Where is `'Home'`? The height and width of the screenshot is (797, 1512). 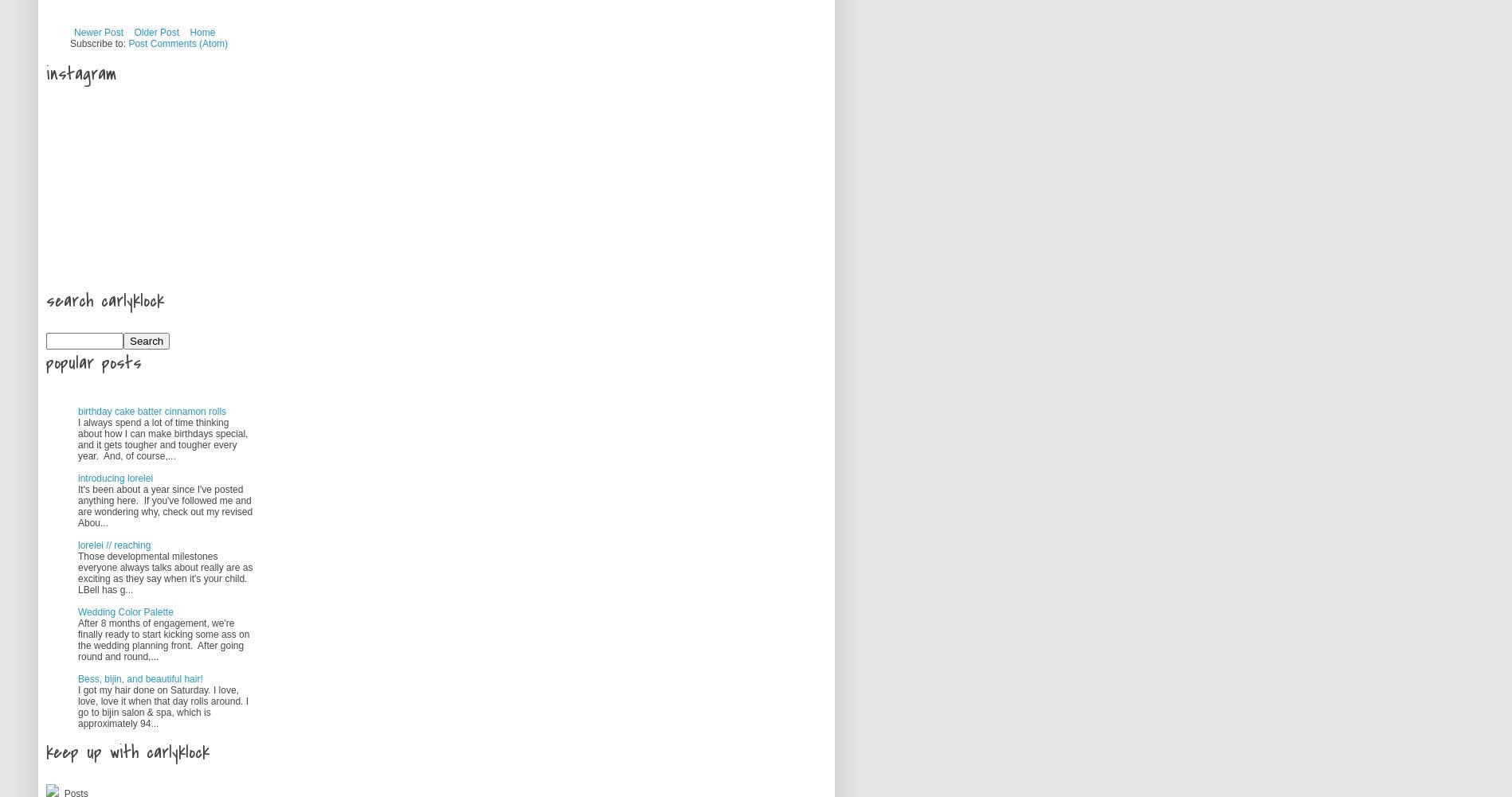
'Home' is located at coordinates (201, 33).